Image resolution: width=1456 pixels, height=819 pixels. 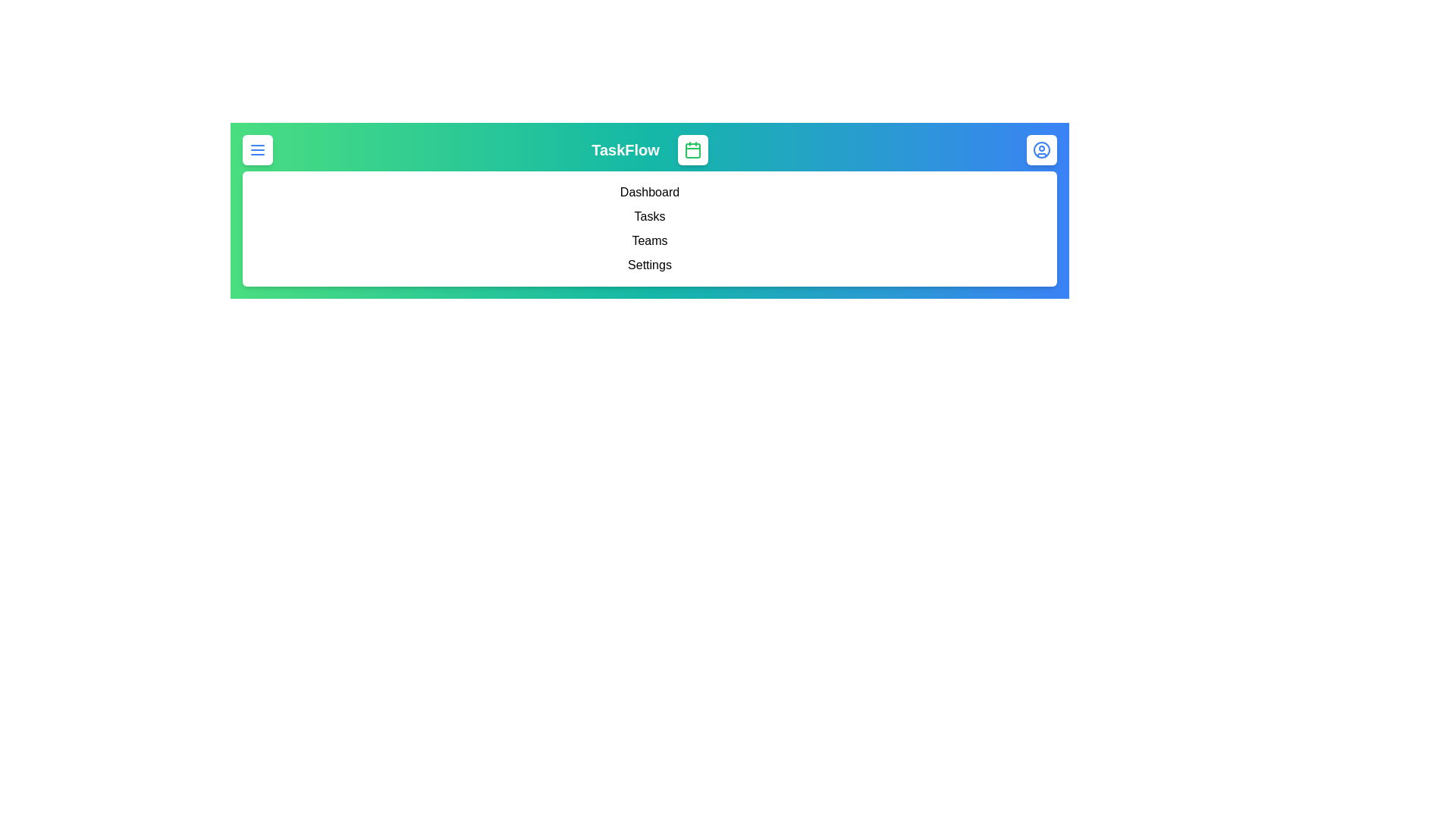 I want to click on the menu item Settings to navigate to the respective section, so click(x=650, y=265).